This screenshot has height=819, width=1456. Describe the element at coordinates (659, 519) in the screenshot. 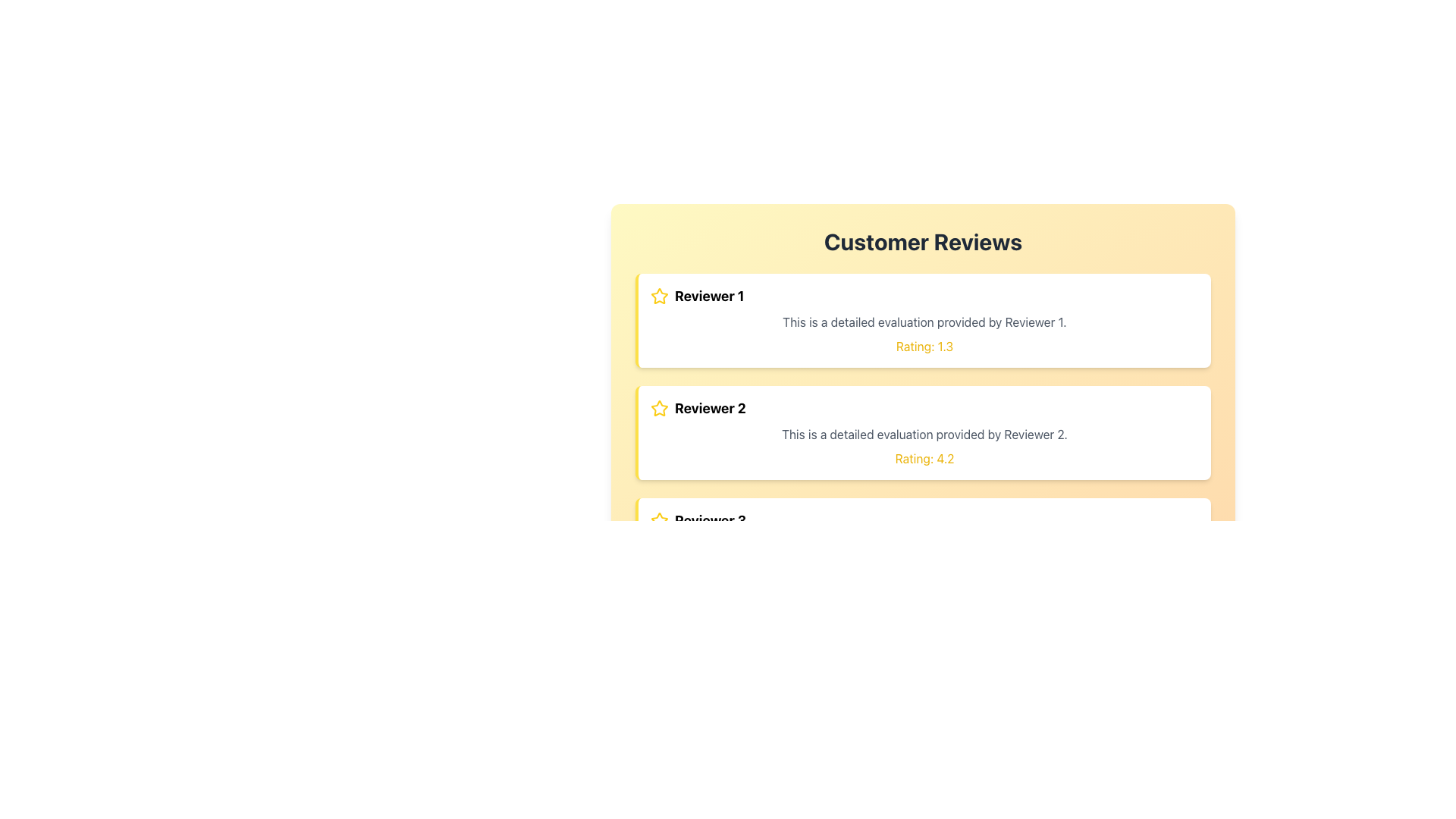

I see `the star icon representing the rating given by 'Reviewer 3', which is the leftmost item in the review block for this reviewer` at that location.